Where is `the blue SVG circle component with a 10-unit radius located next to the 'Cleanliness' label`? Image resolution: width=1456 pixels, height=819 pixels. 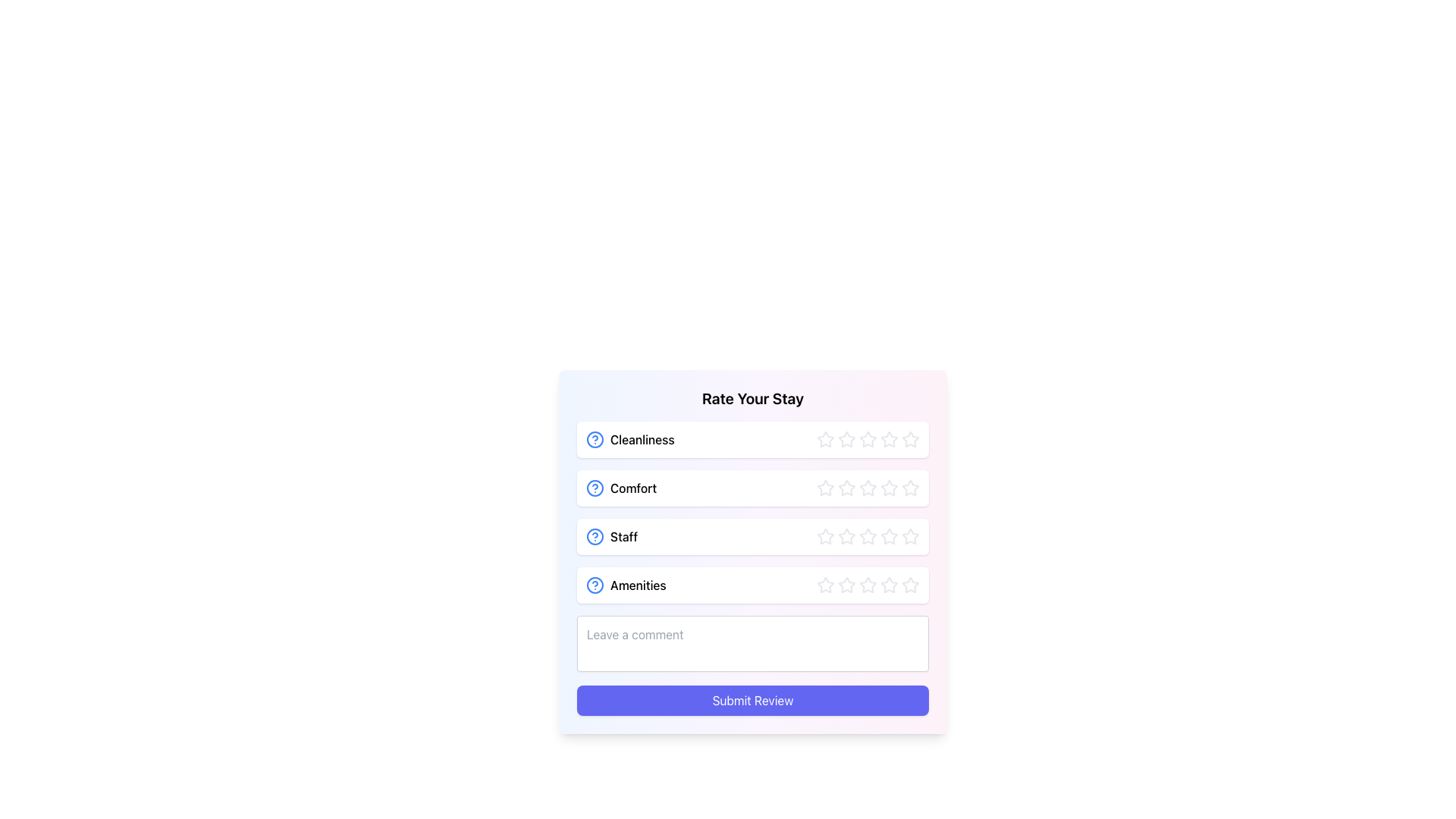
the blue SVG circle component with a 10-unit radius located next to the 'Cleanliness' label is located at coordinates (595, 439).